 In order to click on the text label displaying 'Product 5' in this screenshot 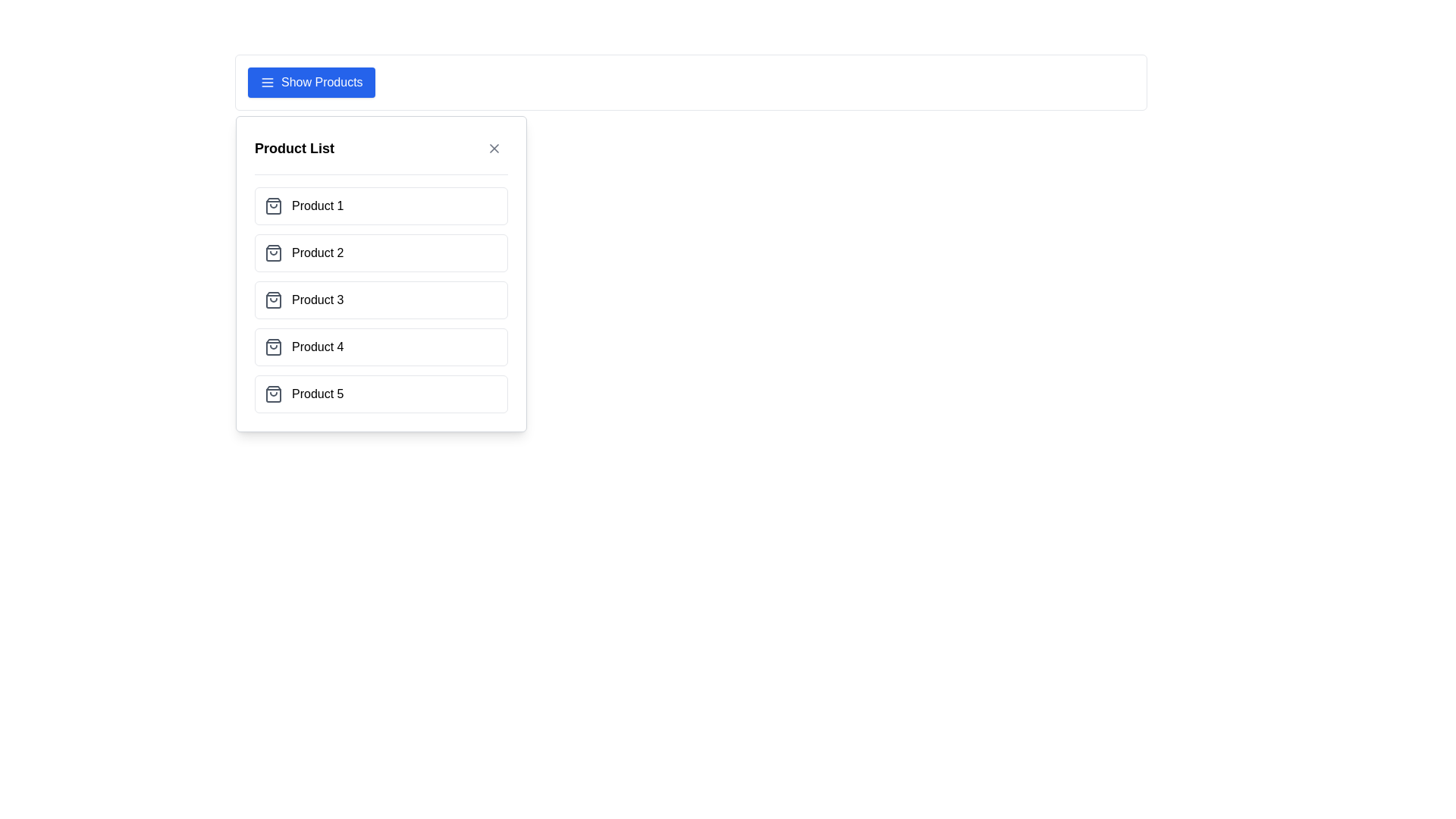, I will do `click(317, 394)`.